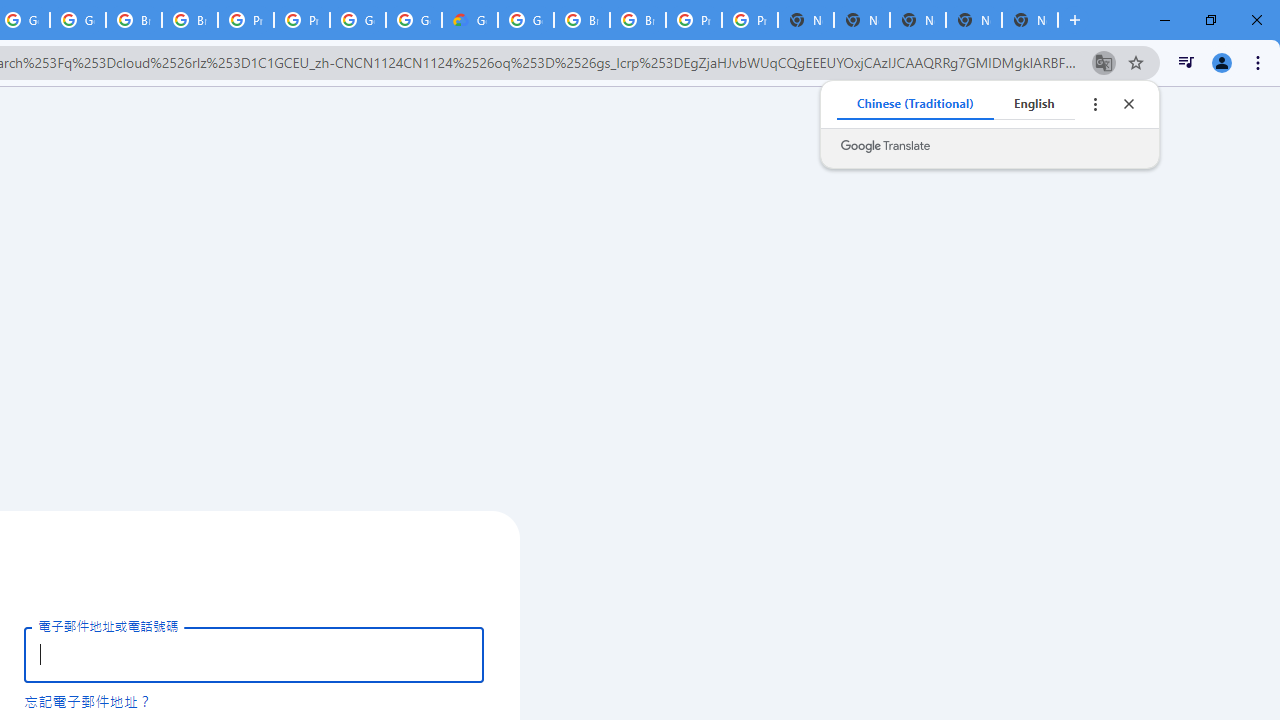 This screenshot has height=720, width=1280. What do you see at coordinates (468, 20) in the screenshot?
I see `'Google Cloud Estimate Summary'` at bounding box center [468, 20].